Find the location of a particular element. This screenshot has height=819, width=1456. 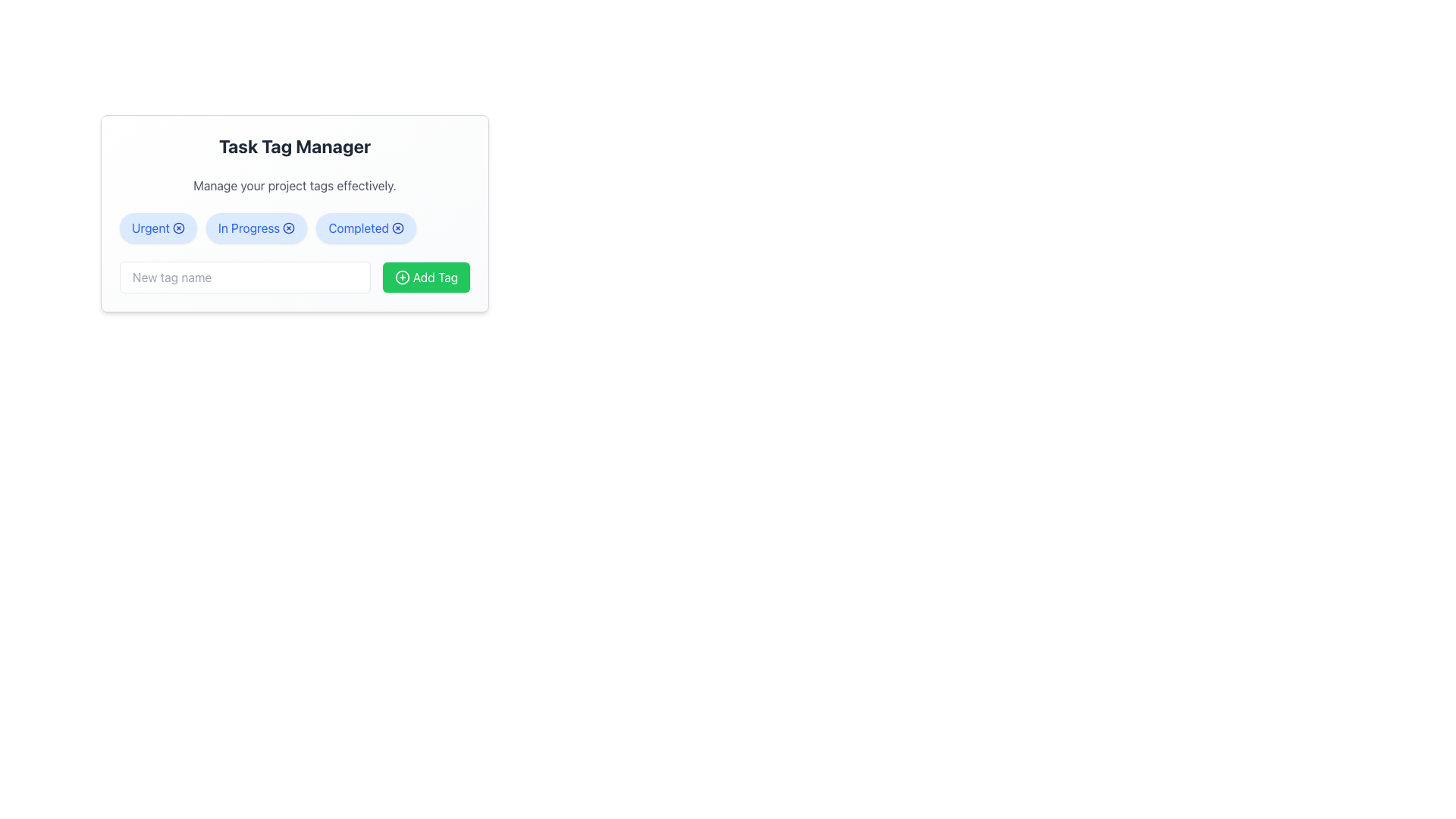

the 'remove' button icon located at the rightmost end of the 'Completed' tag, adjacent to the text 'Completed' is located at coordinates (397, 227).